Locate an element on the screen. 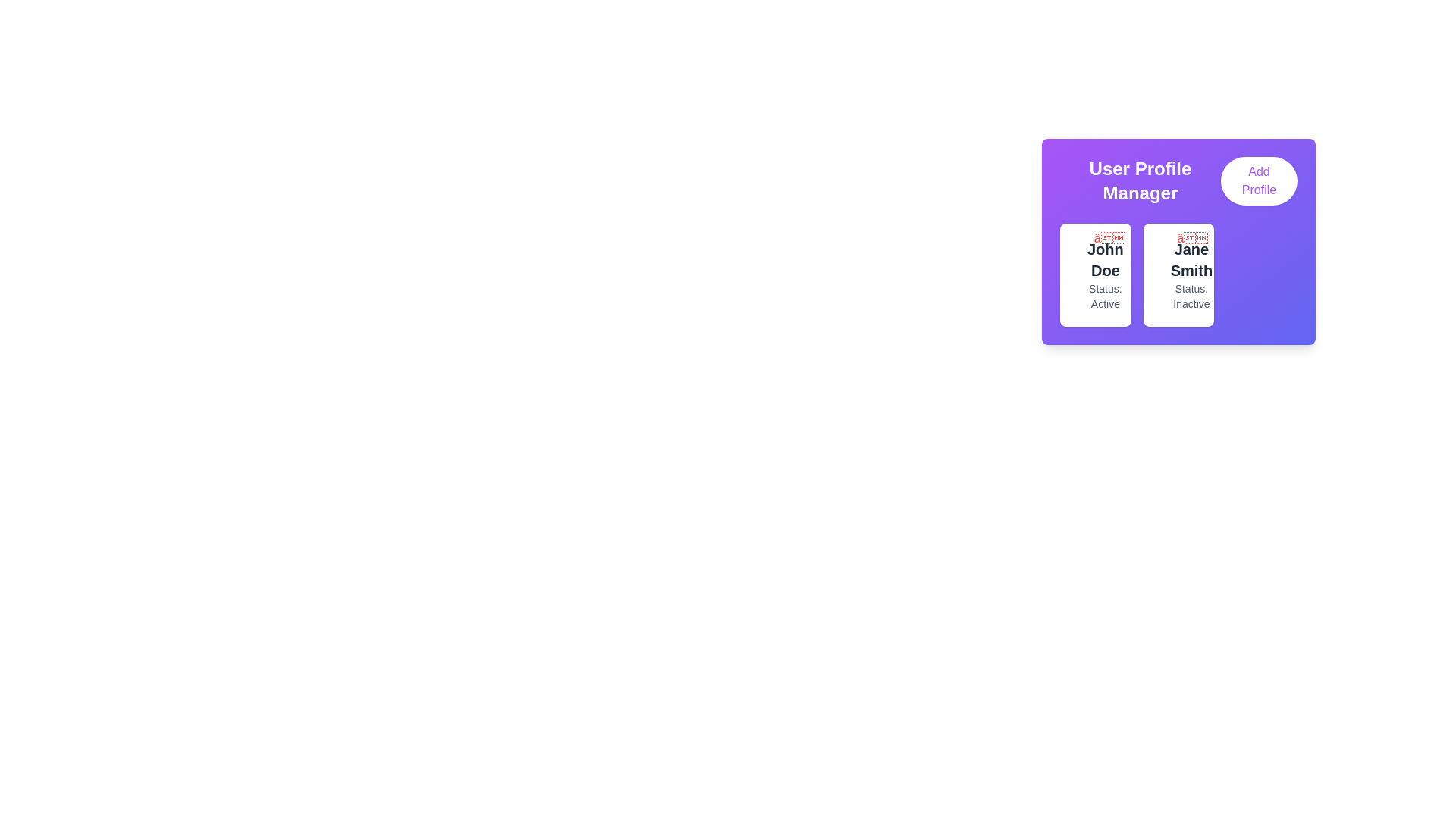 This screenshot has height=819, width=1456. the SVG graphical shape (rectangle) located within the first profile card labeled 'John Doe' is located at coordinates (1084, 265).